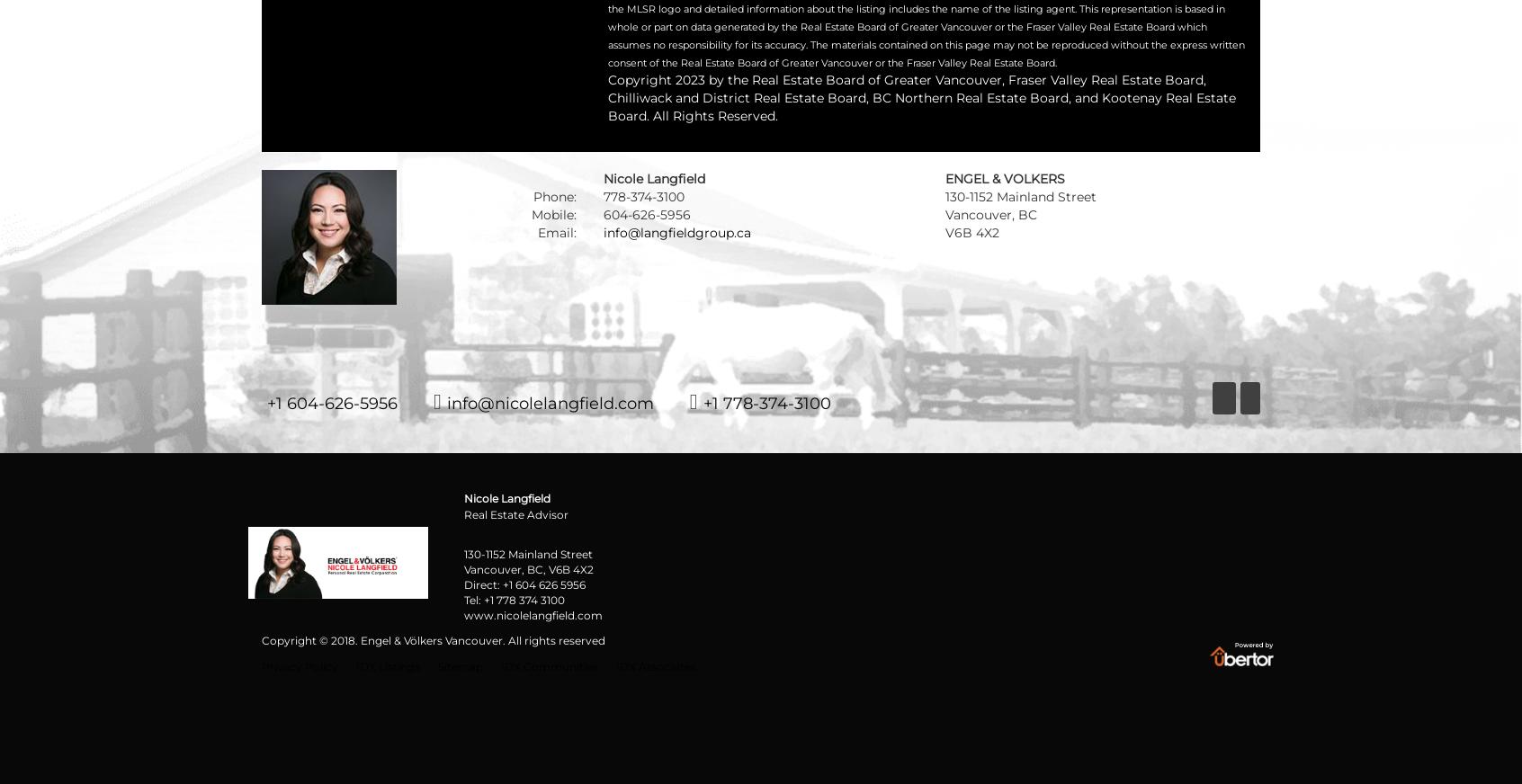 Image resolution: width=1522 pixels, height=784 pixels. I want to click on 'Mobile:', so click(553, 214).